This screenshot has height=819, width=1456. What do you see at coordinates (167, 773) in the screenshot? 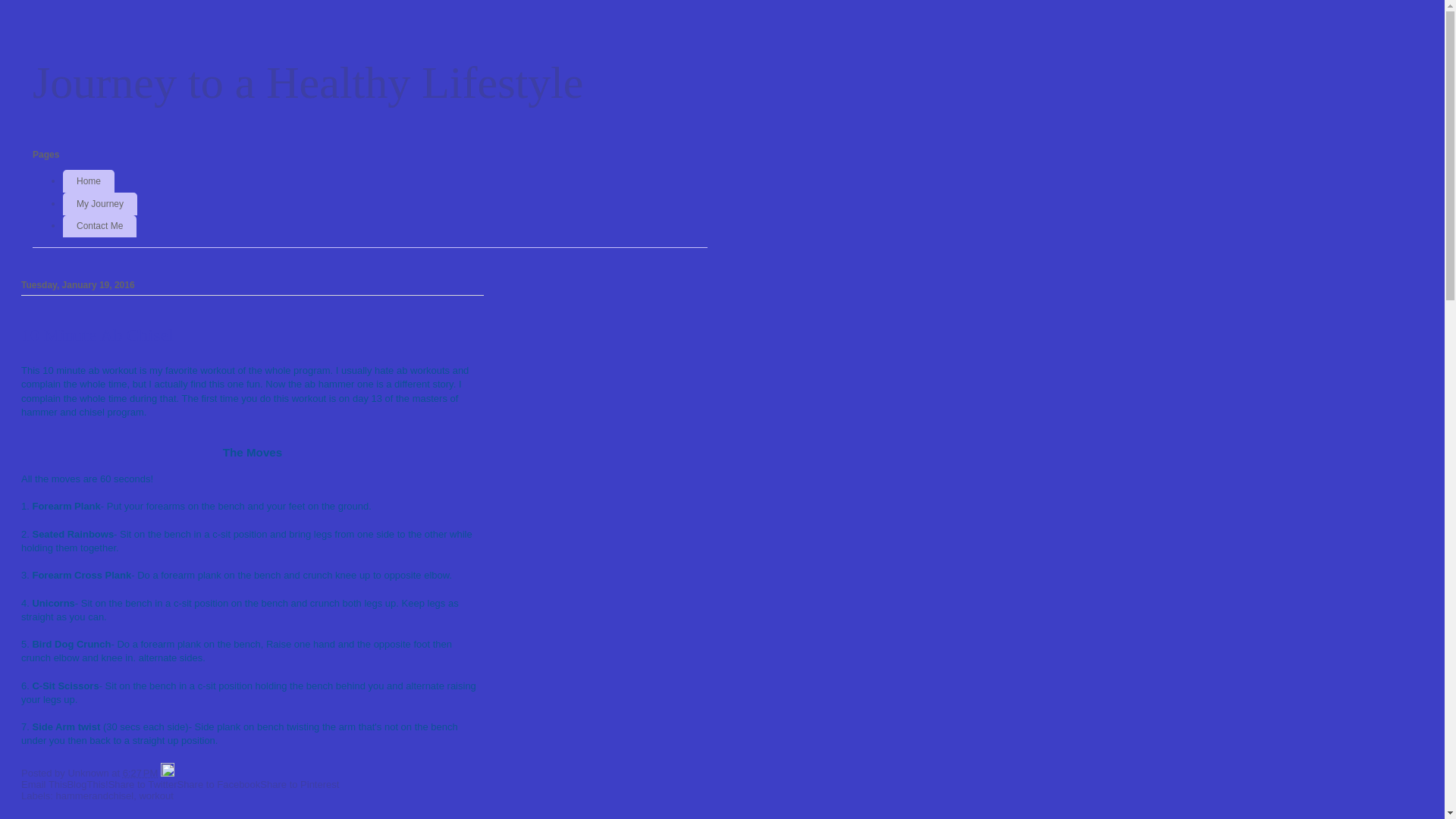
I see `'Edit Post'` at bounding box center [167, 773].